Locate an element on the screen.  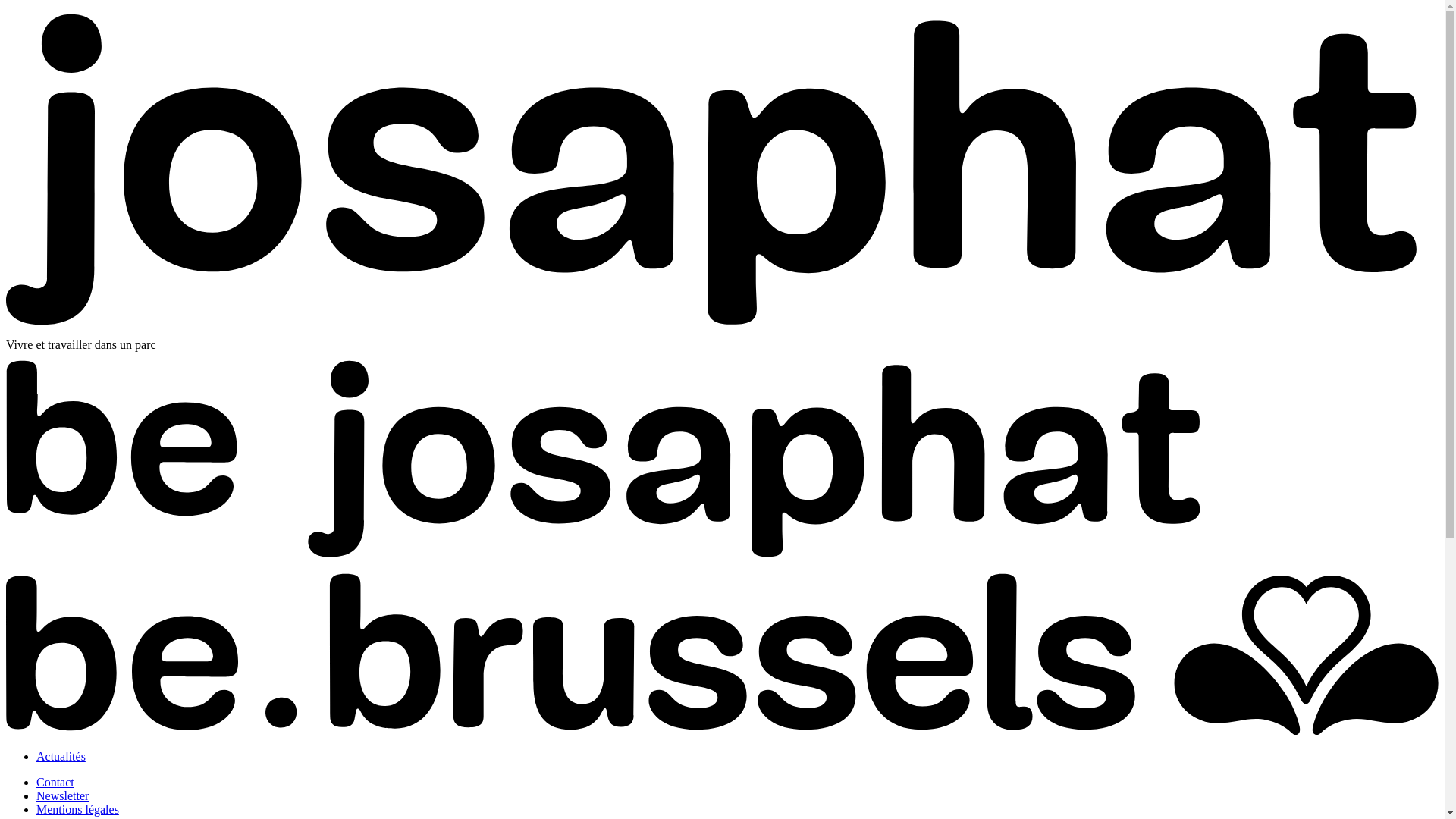
'Aller au contenu principal' is located at coordinates (6, 6).